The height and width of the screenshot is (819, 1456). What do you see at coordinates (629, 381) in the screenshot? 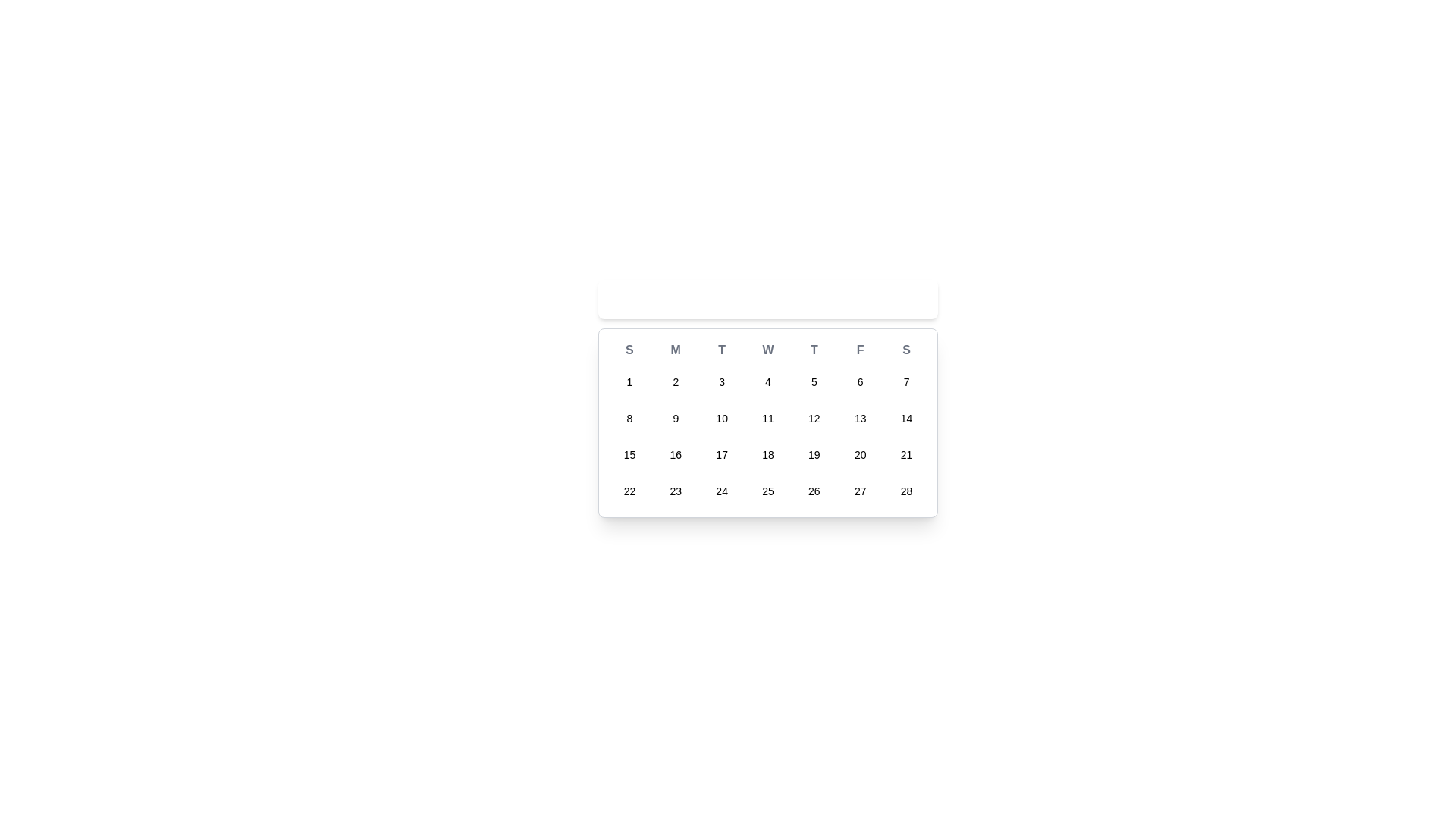
I see `the first day button in the calendar interface` at bounding box center [629, 381].